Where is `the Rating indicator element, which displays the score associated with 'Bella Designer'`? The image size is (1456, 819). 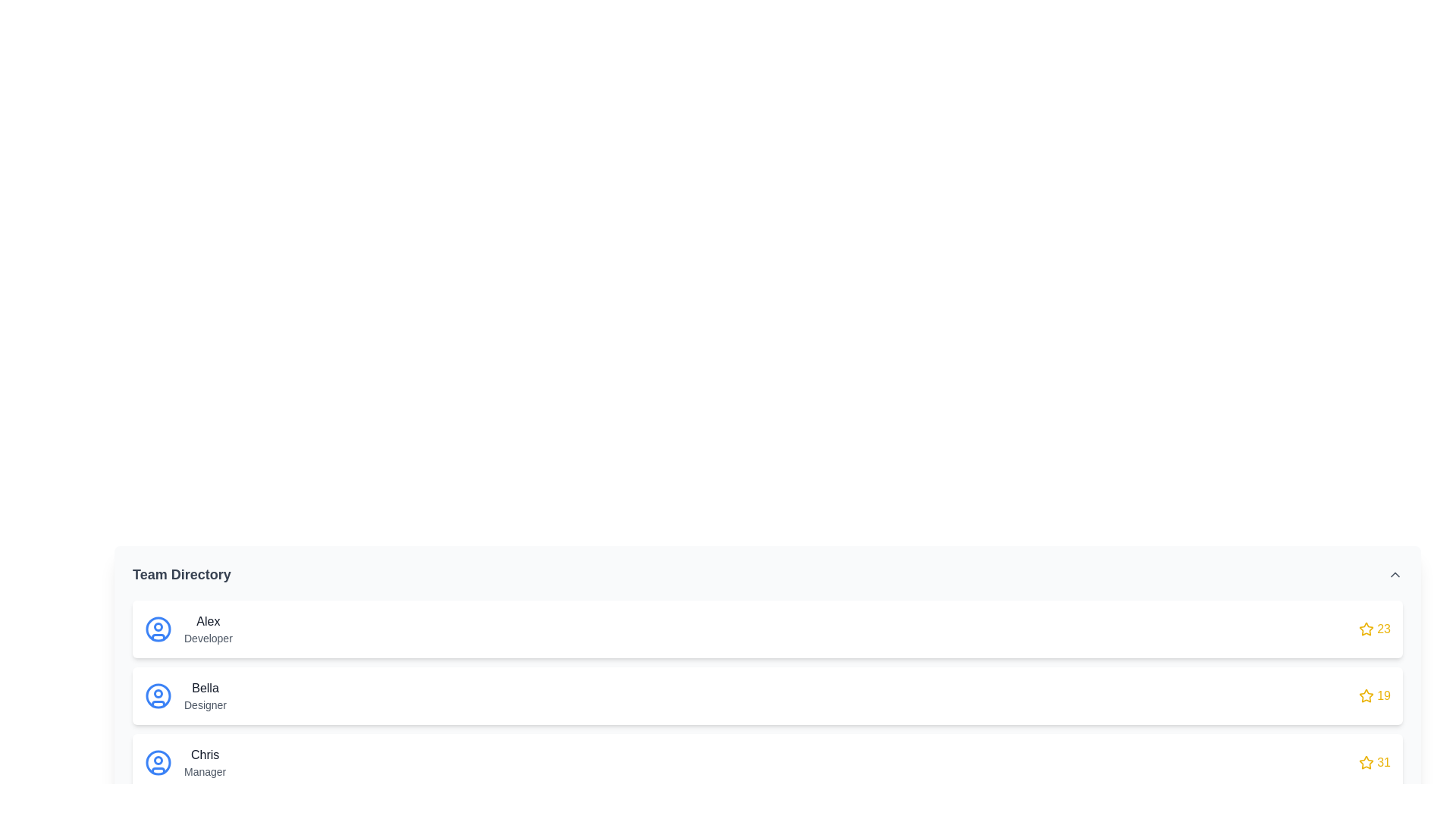 the Rating indicator element, which displays the score associated with 'Bella Designer' is located at coordinates (1375, 696).